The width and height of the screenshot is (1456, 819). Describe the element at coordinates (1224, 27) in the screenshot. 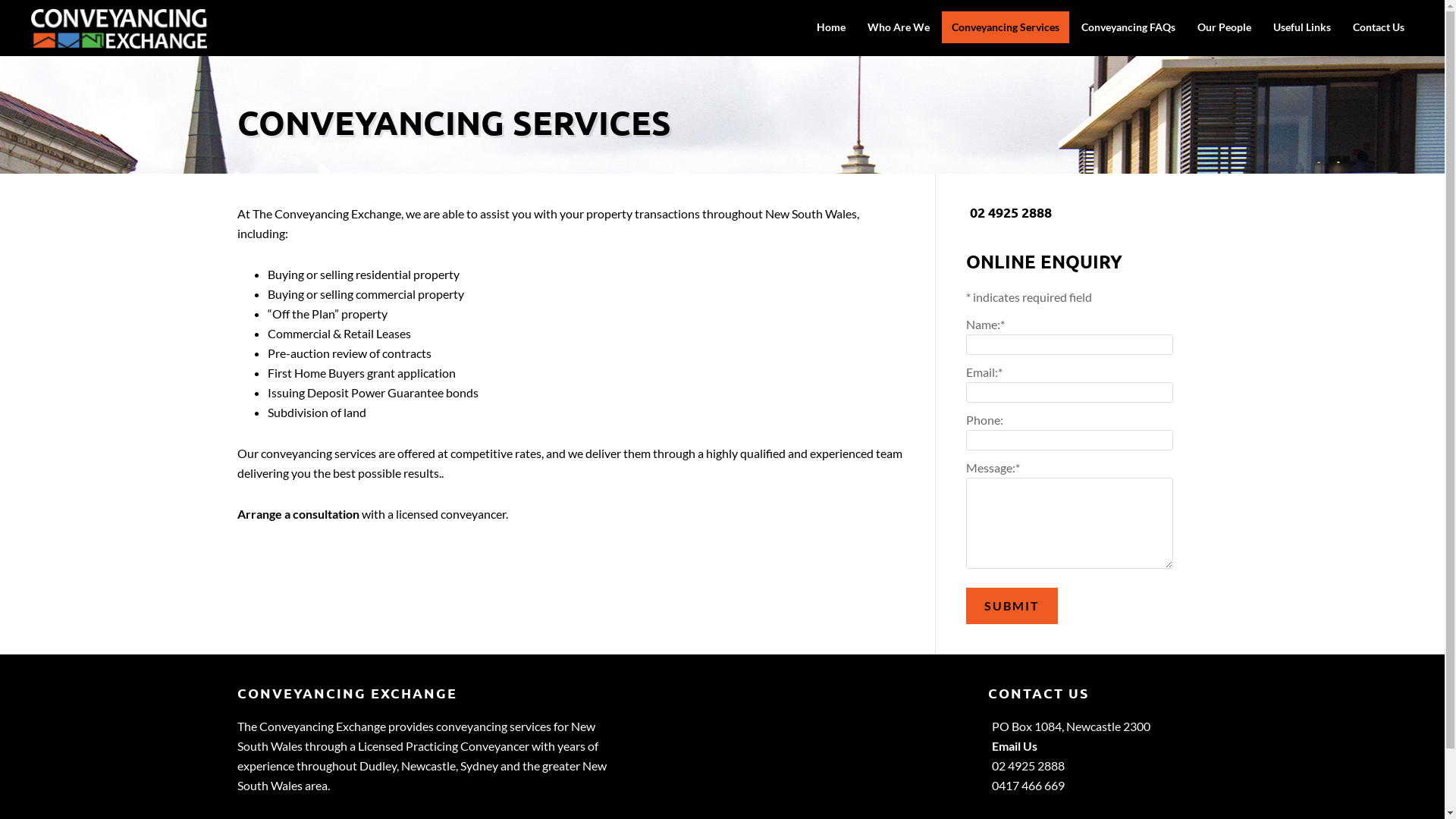

I see `'Our People'` at that location.